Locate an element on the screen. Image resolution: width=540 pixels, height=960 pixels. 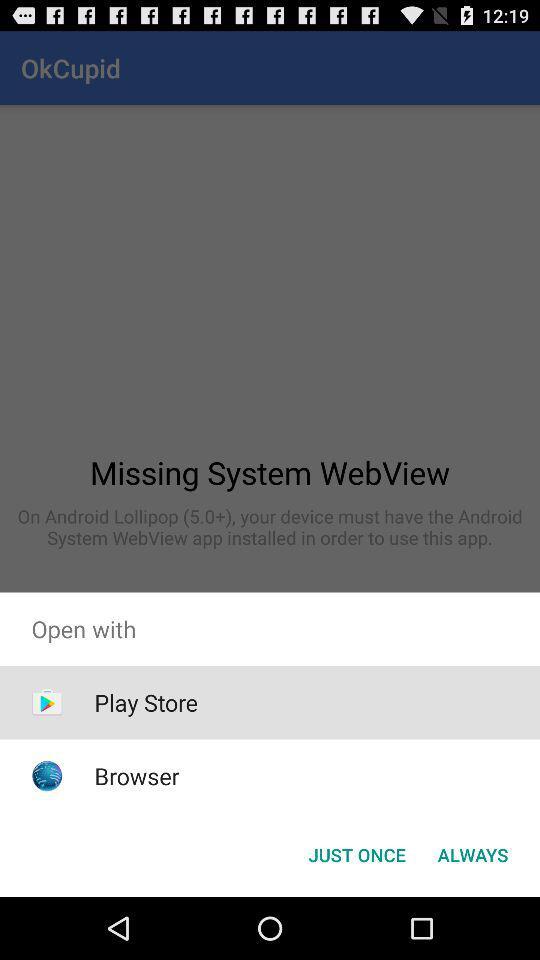
browser is located at coordinates (136, 775).